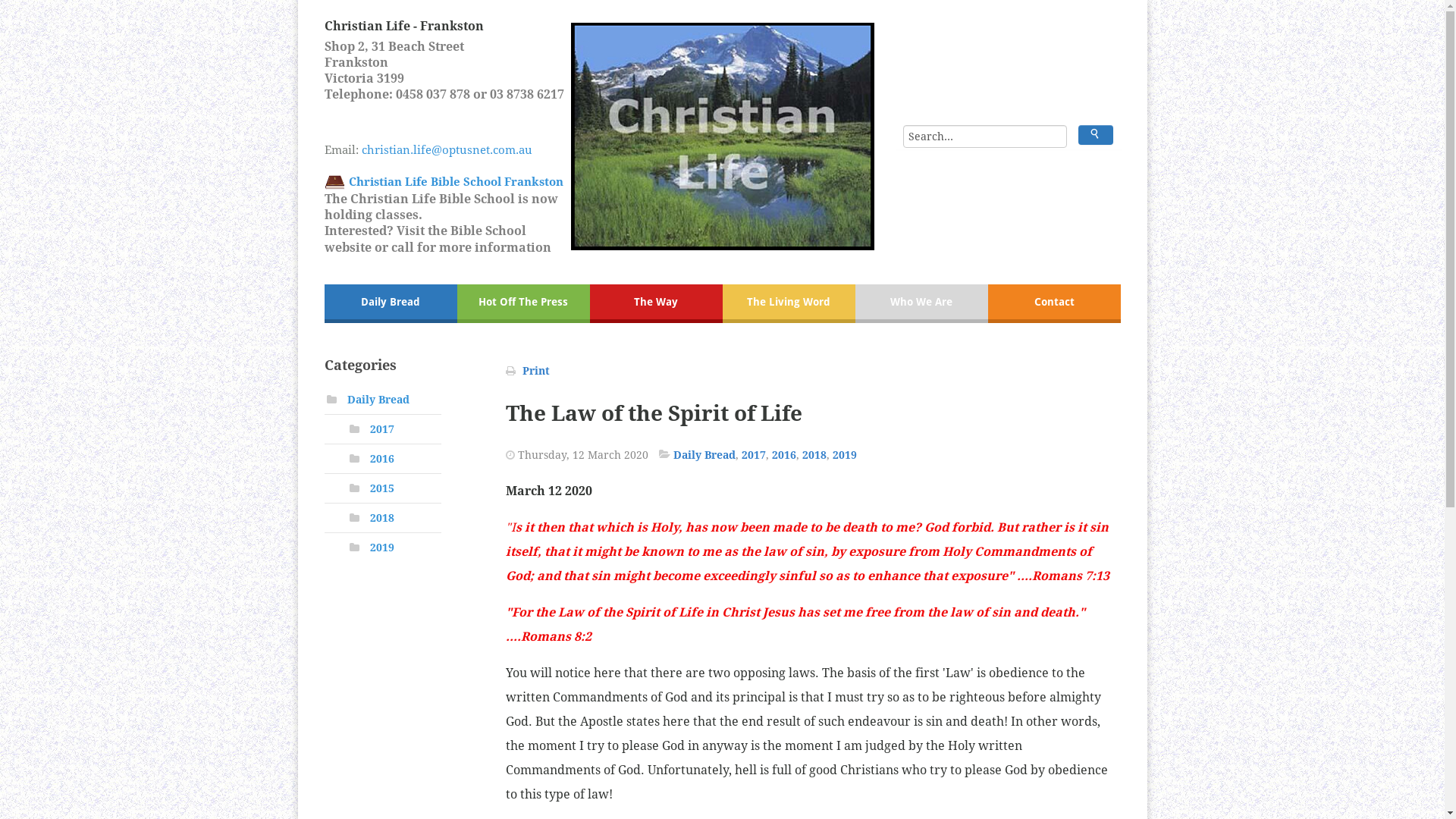 This screenshot has height=819, width=1456. What do you see at coordinates (382, 458) in the screenshot?
I see `'2016'` at bounding box center [382, 458].